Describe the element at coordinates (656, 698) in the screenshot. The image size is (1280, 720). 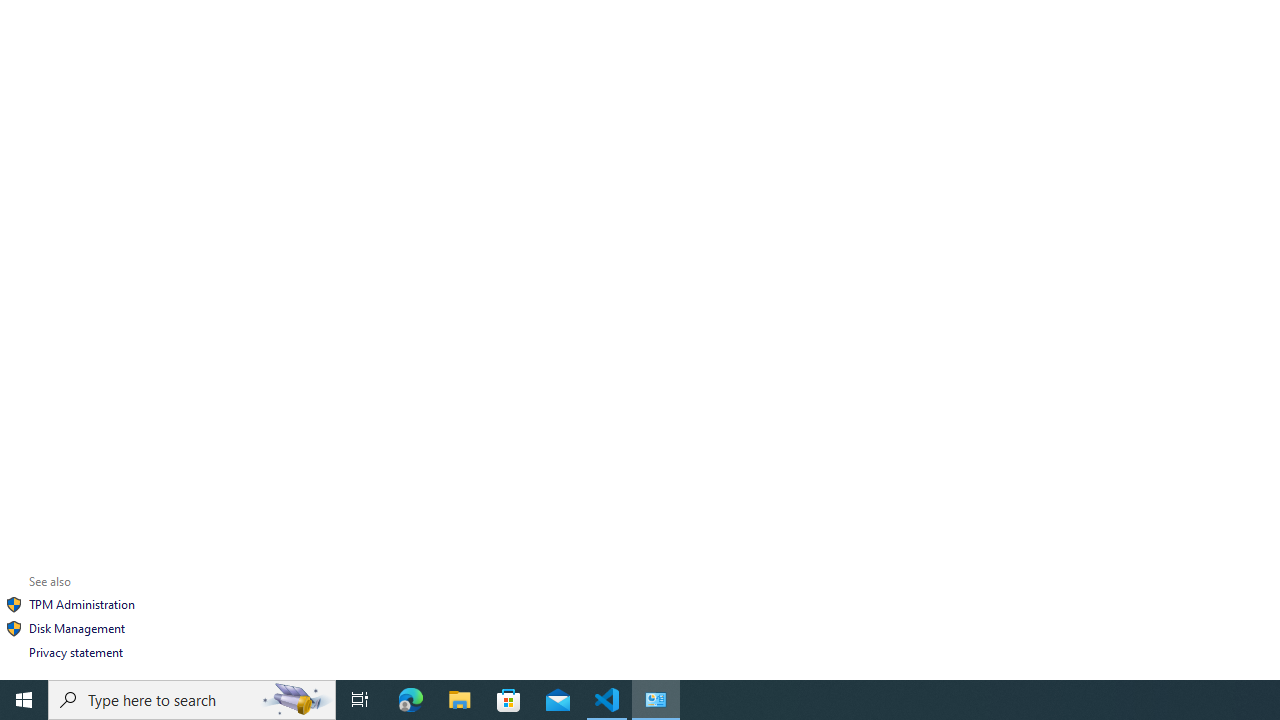
I see `'Control Panel - 1 running window'` at that location.